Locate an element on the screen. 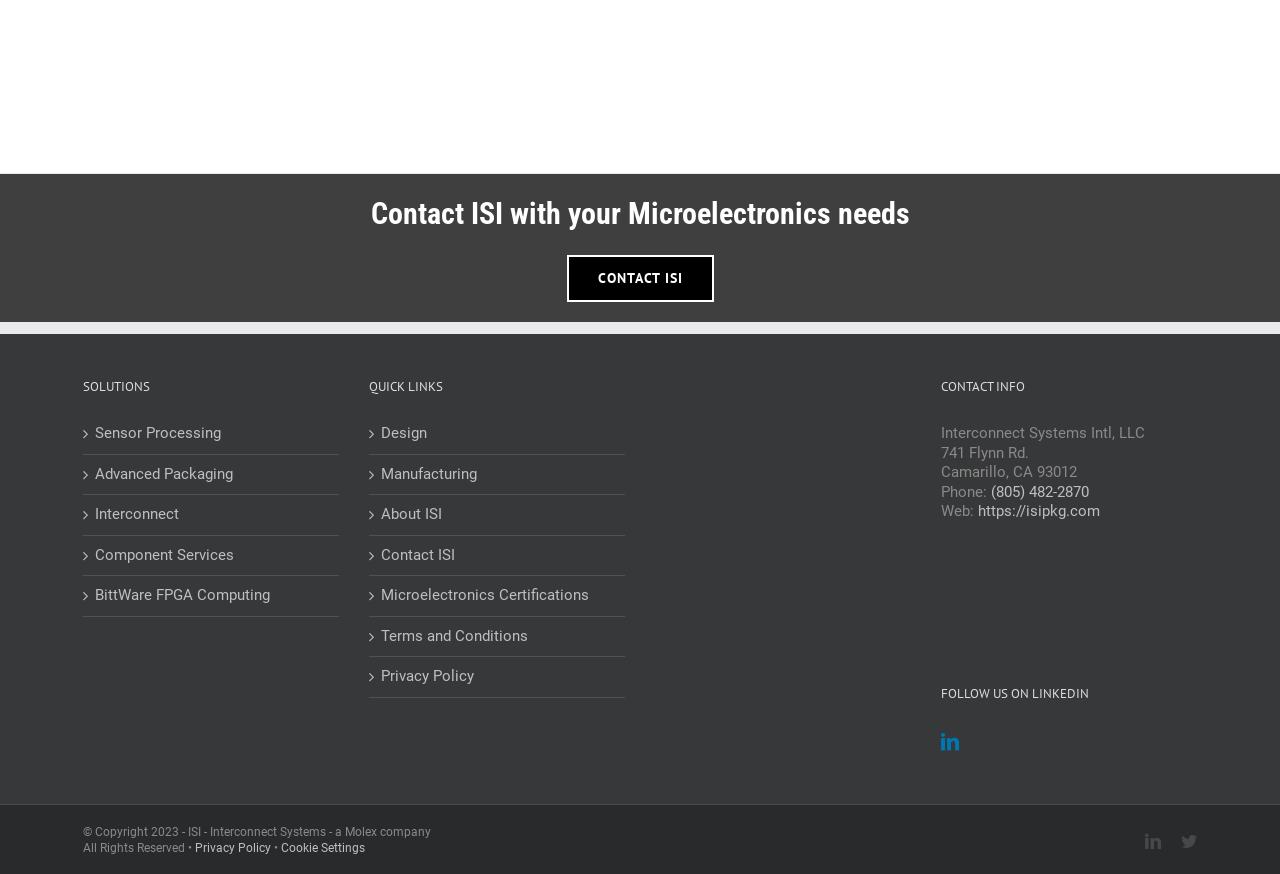 The image size is (1280, 874). 'Terms and Conditions' is located at coordinates (453, 633).